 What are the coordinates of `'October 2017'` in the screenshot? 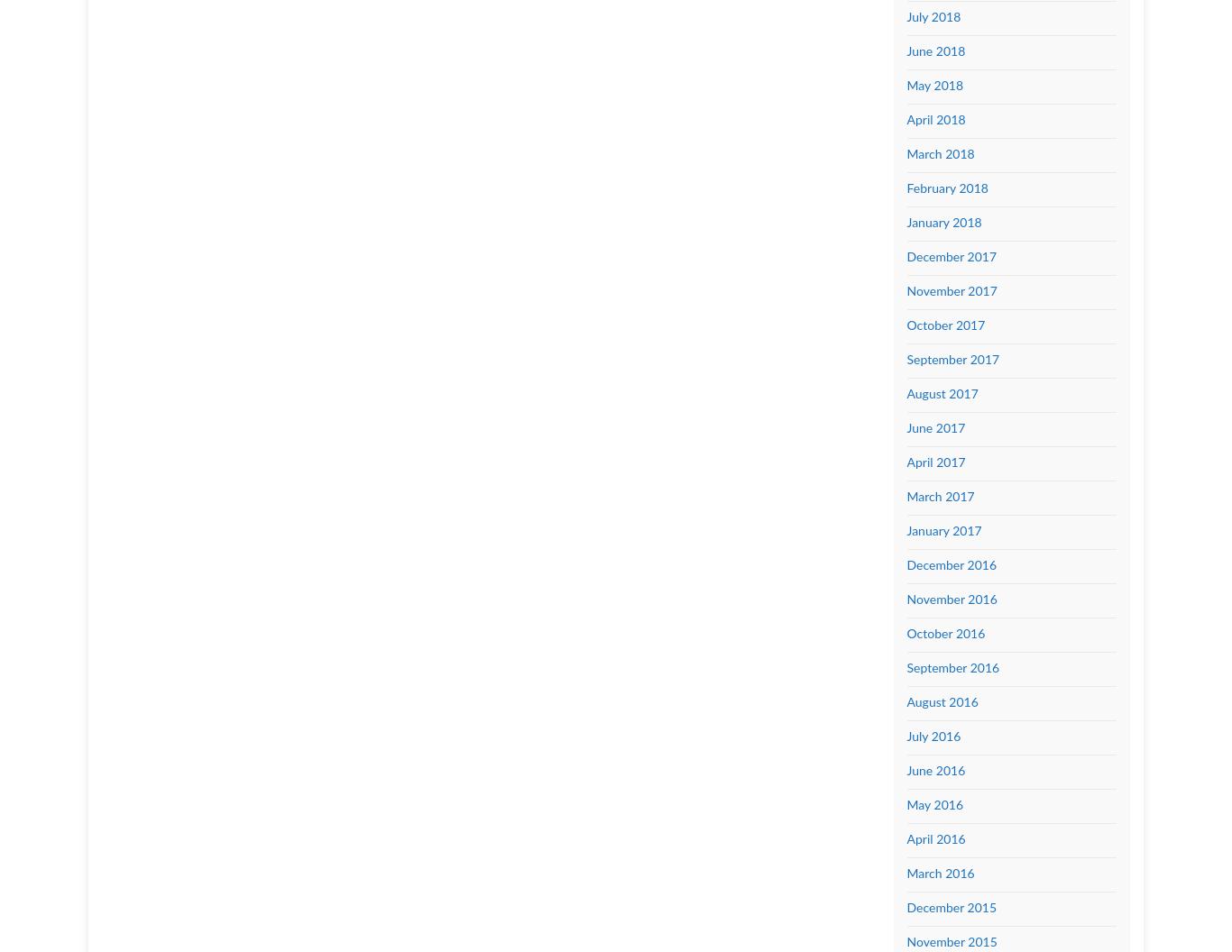 It's located at (944, 325).